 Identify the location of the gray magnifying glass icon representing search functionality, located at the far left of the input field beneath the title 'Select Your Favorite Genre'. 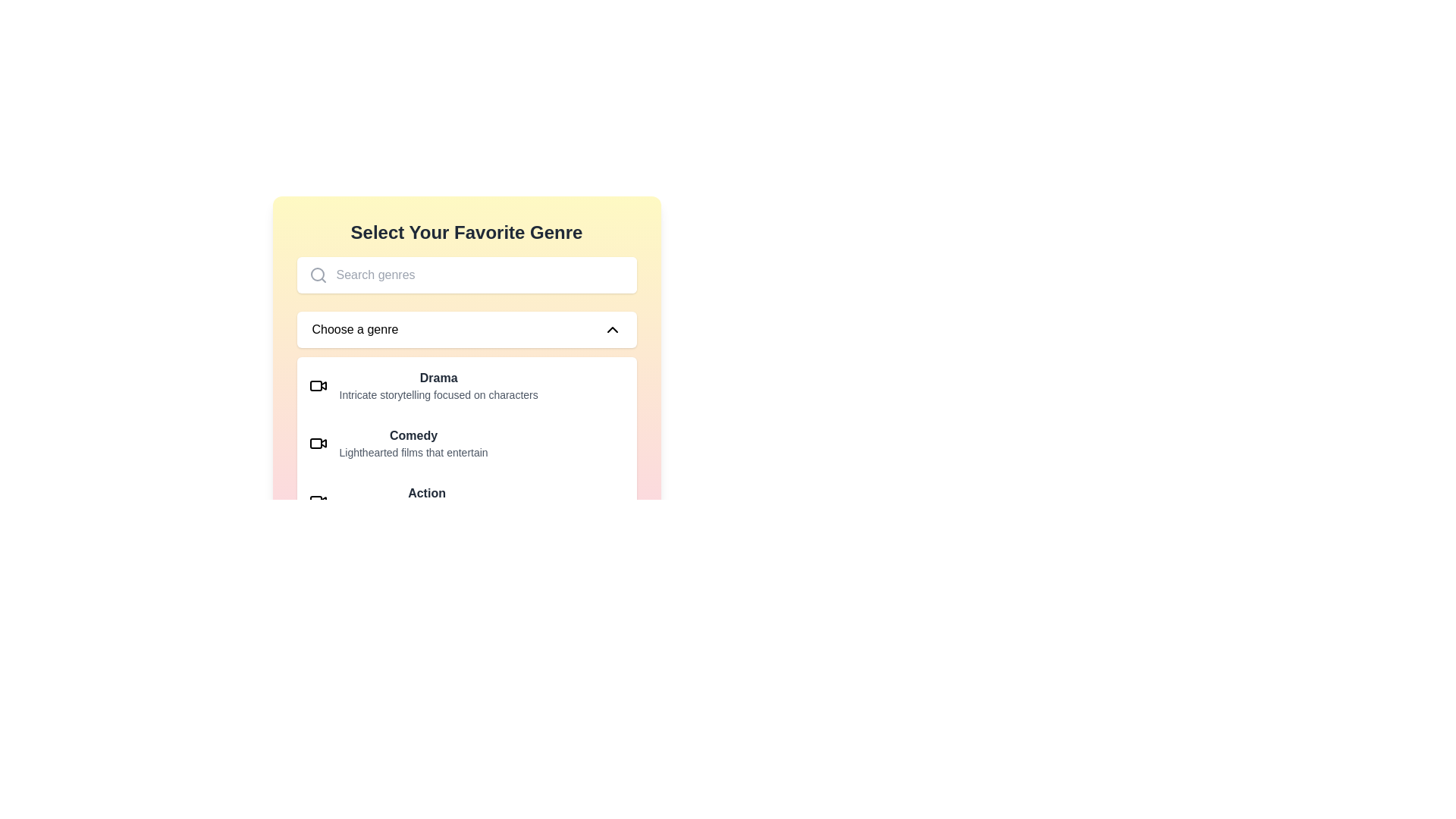
(317, 275).